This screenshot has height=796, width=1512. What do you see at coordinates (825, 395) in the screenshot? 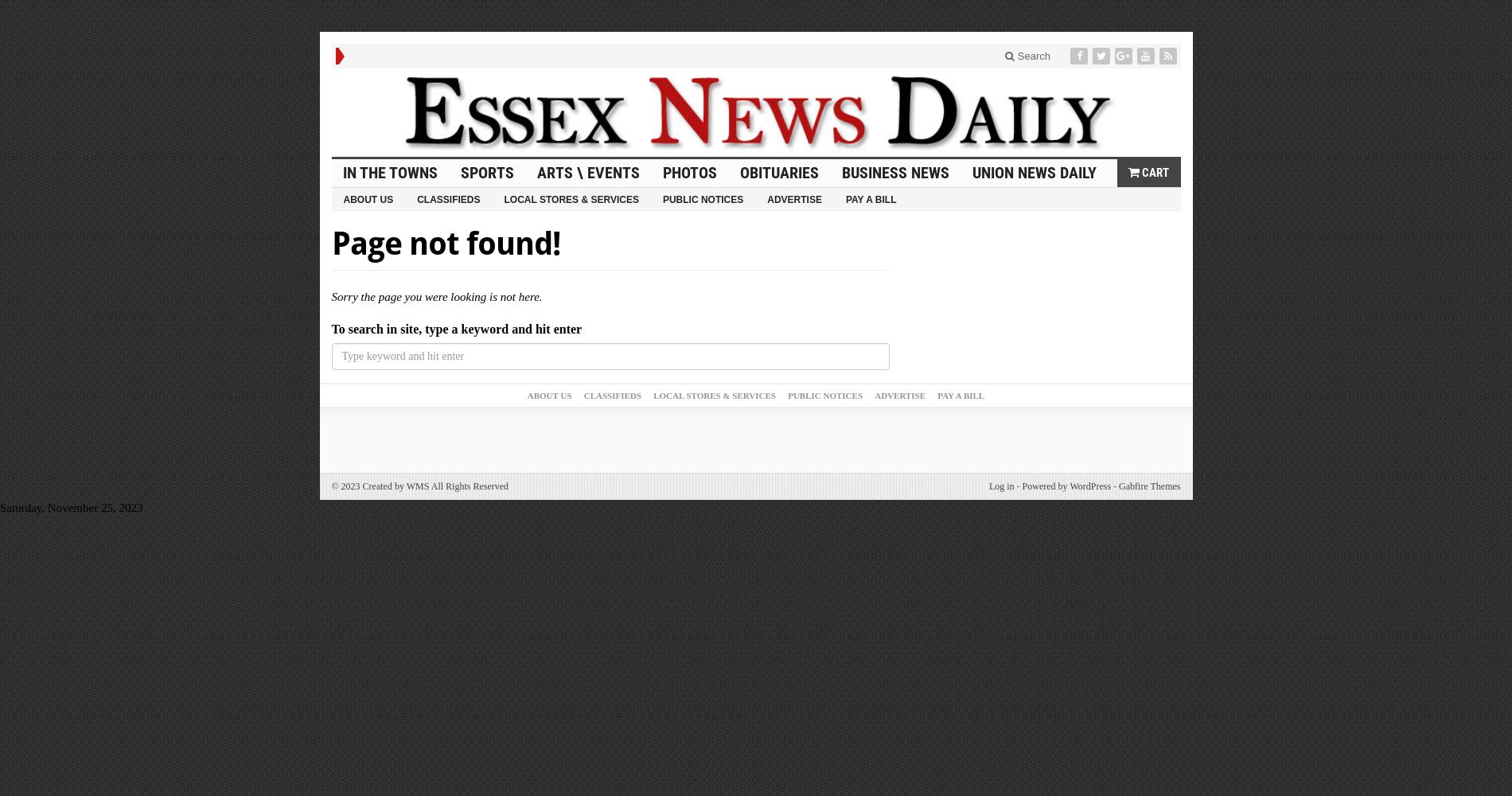
I see `'PUBLIC NOTICES'` at bounding box center [825, 395].